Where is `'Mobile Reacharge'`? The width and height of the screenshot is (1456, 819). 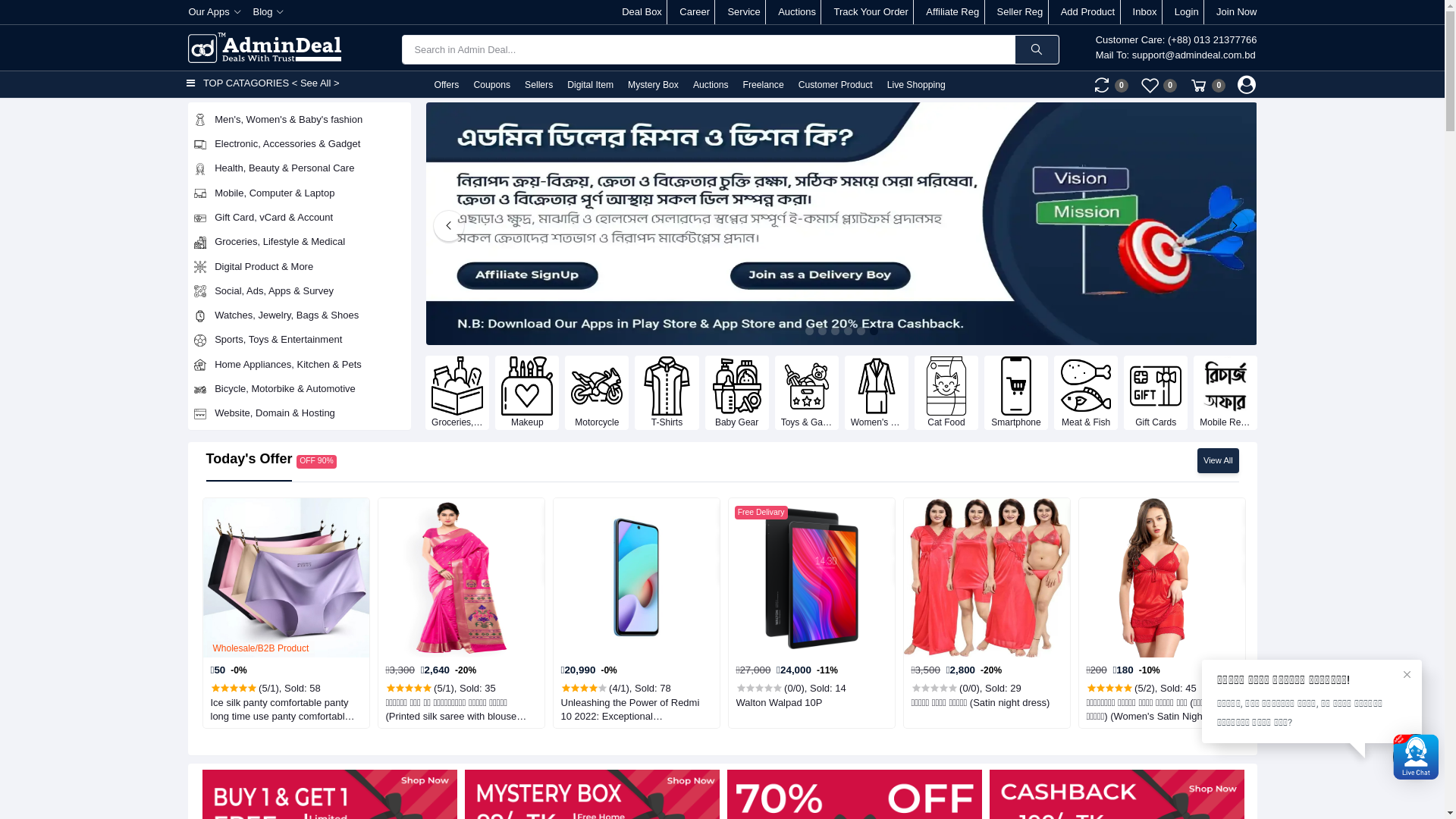 'Mobile Reacharge' is located at coordinates (1193, 391).